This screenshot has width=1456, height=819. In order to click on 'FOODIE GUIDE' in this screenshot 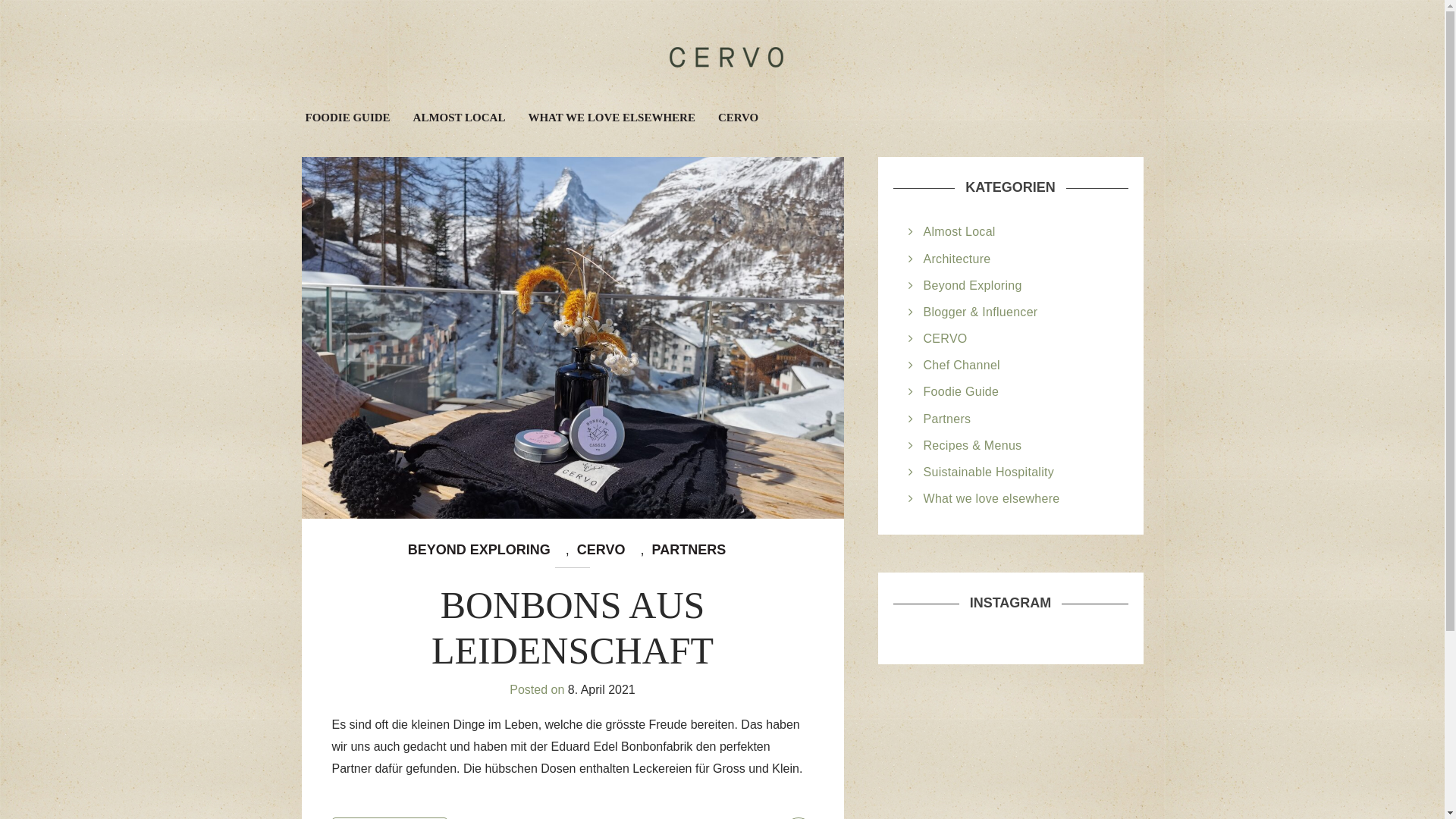, I will do `click(302, 116)`.